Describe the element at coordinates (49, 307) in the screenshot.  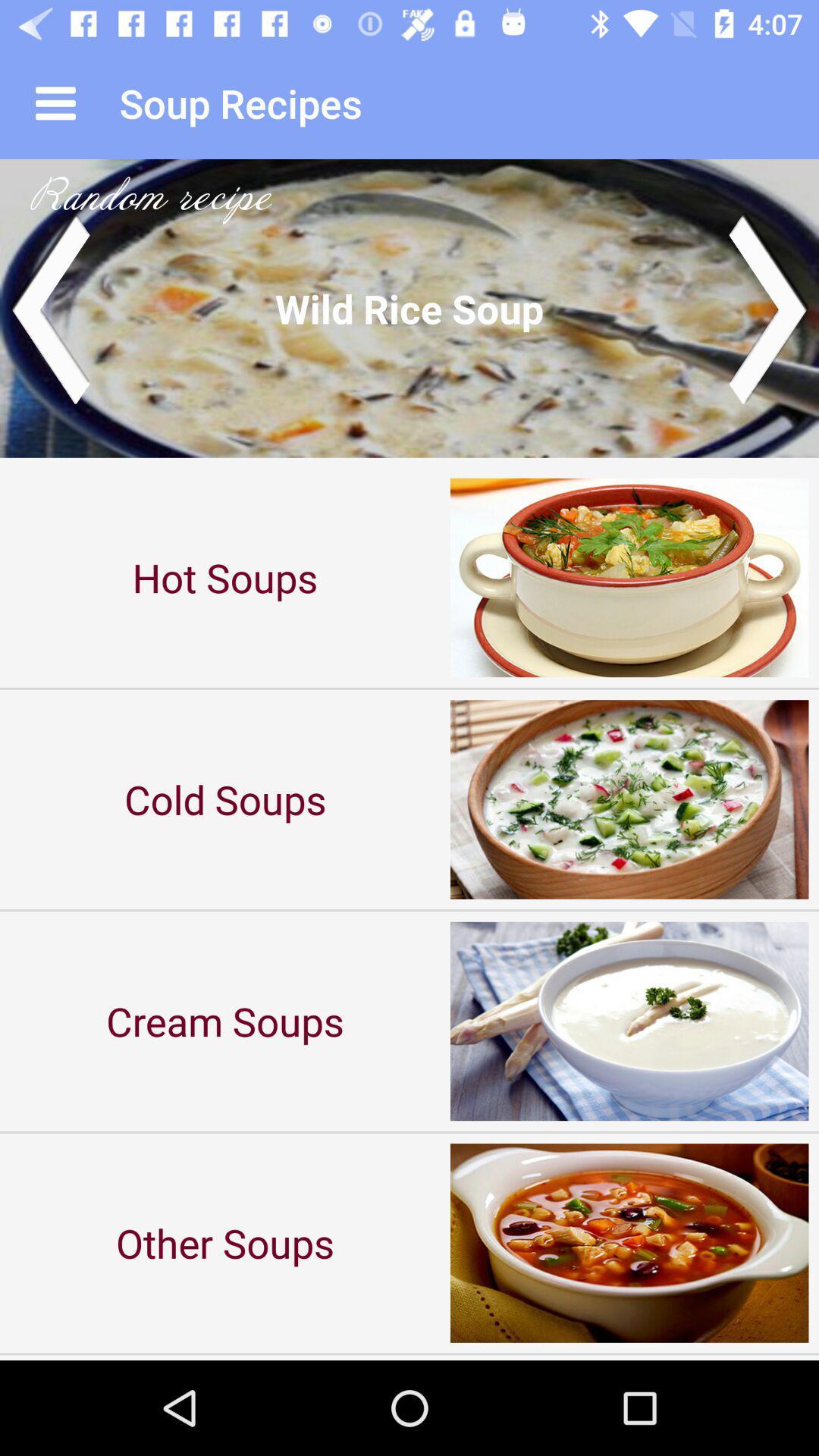
I see `previous recipe` at that location.